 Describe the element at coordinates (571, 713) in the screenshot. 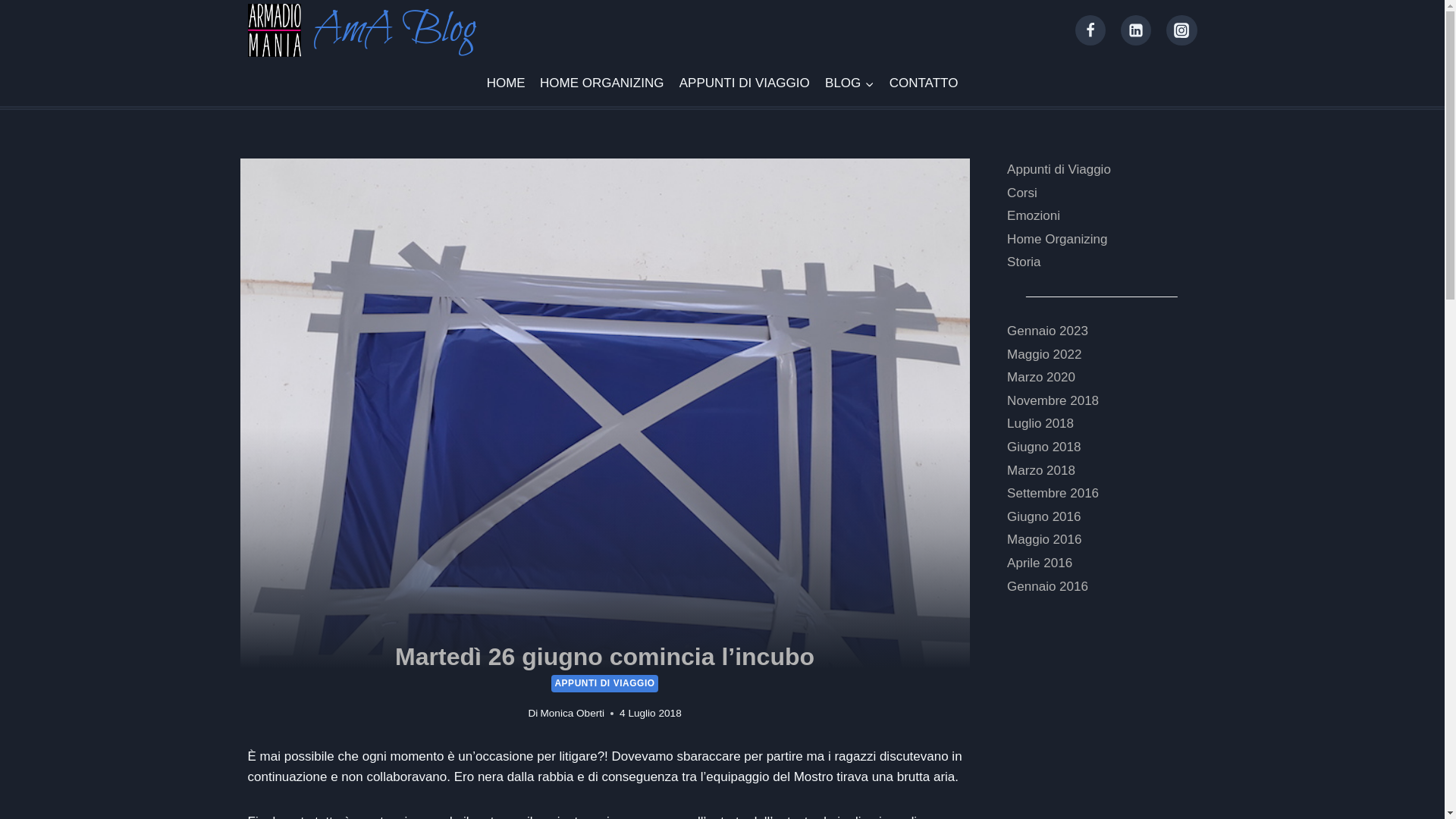

I see `'Monica Oberti'` at that location.